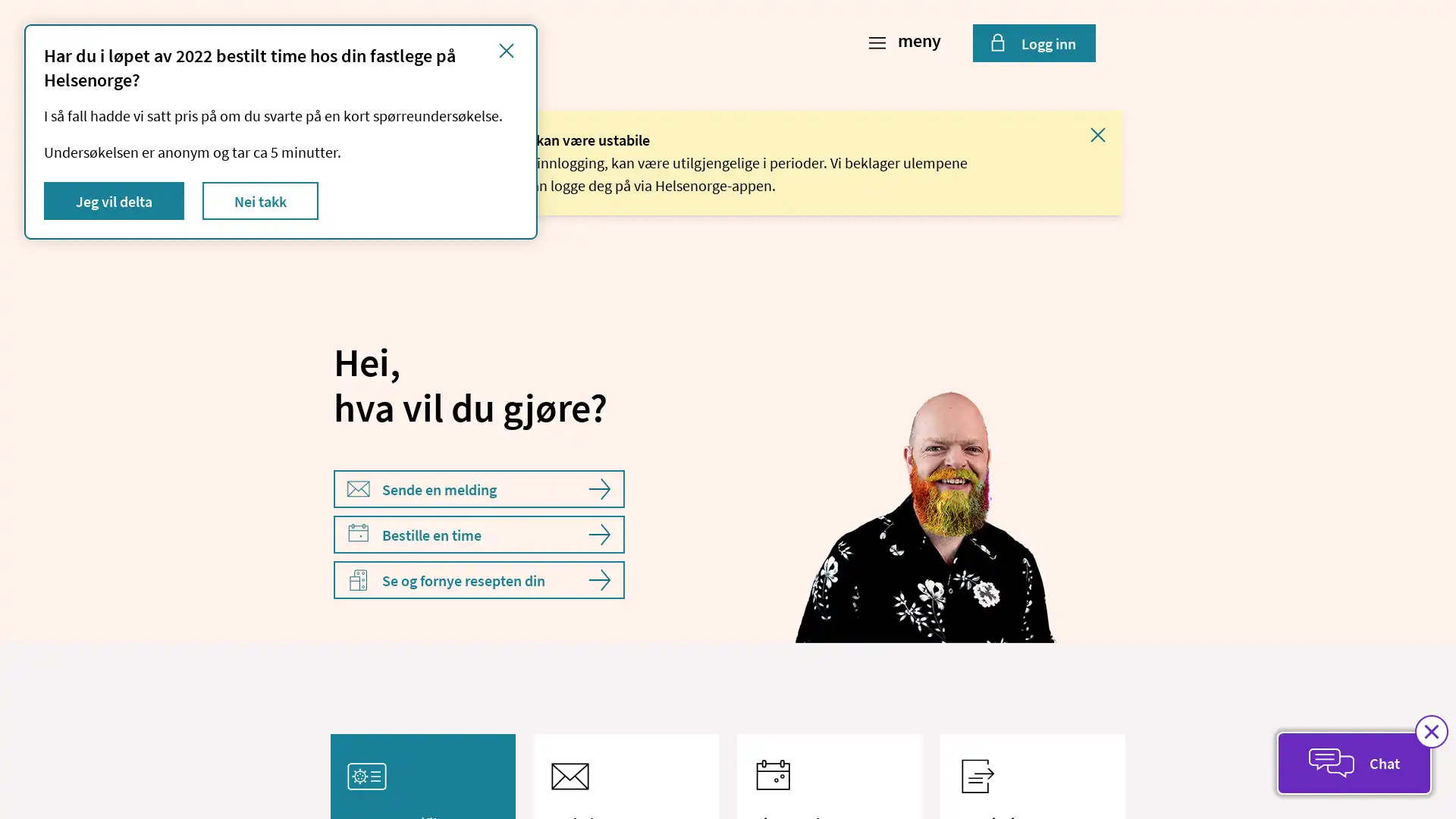 The height and width of the screenshot is (819, 1456). I want to click on meny, so click(906, 42).